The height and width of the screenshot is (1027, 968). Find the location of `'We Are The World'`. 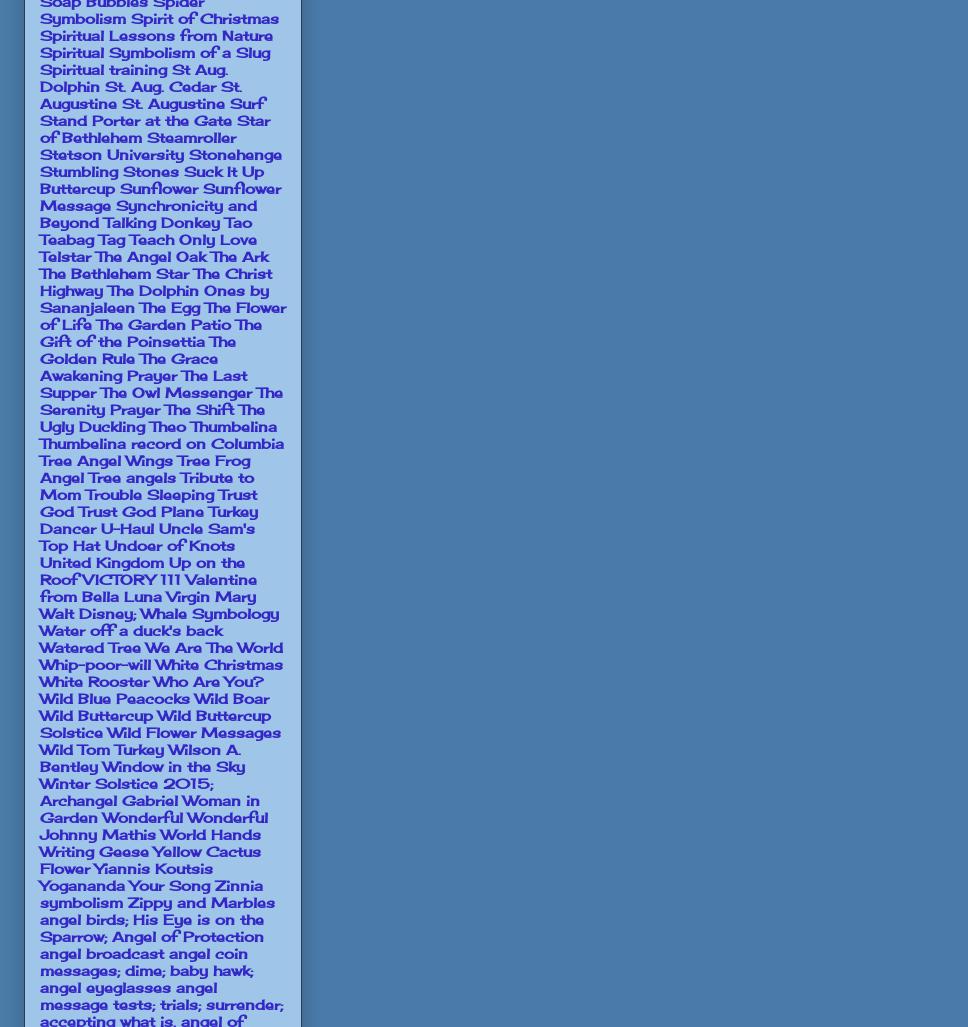

'We Are The World' is located at coordinates (144, 645).